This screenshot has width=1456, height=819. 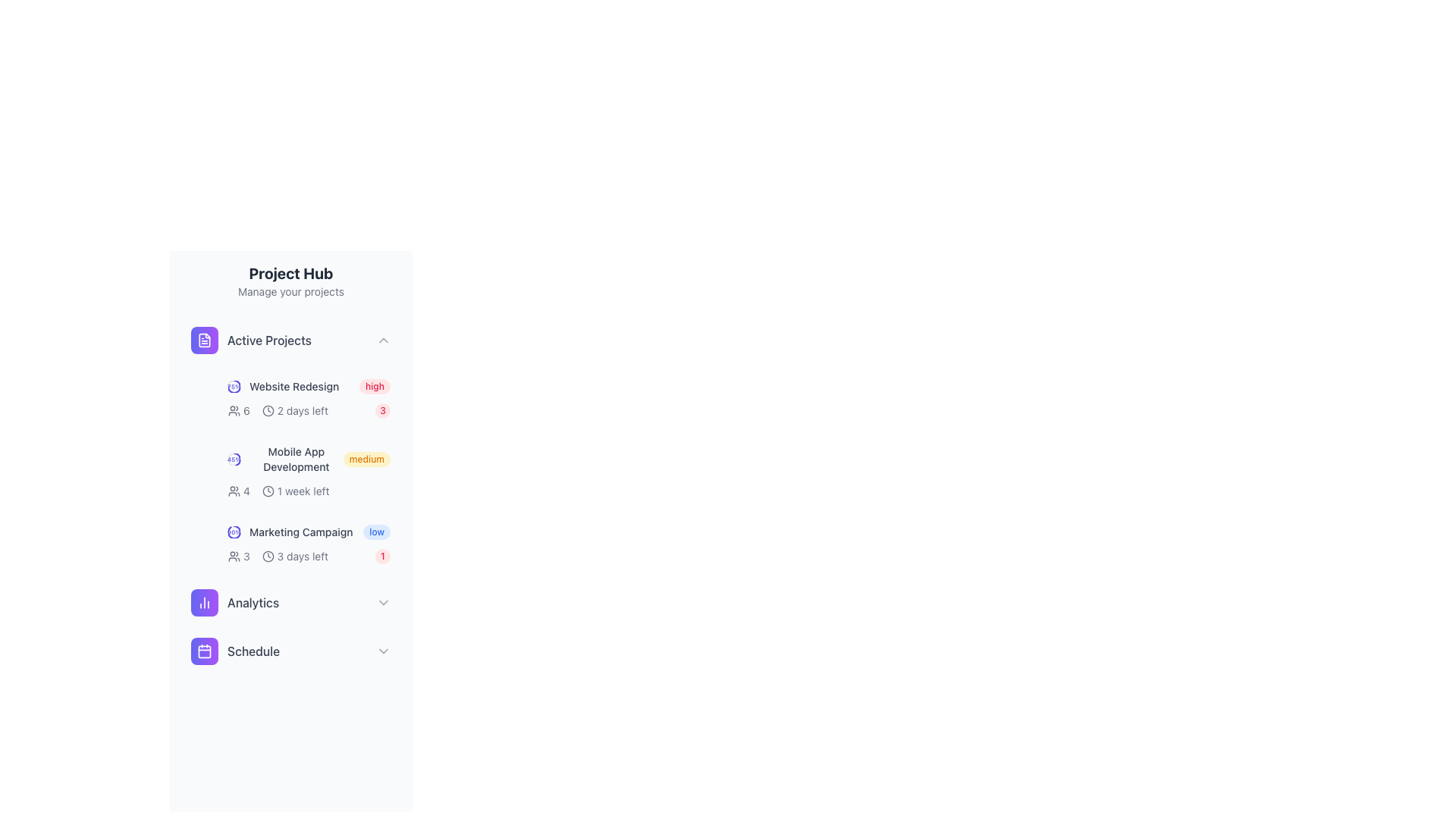 What do you see at coordinates (303, 556) in the screenshot?
I see `text label displaying '3 days left' located next to the clock icon in the 'Active Projects' section of the 'Marketing Campaign' project details` at bounding box center [303, 556].